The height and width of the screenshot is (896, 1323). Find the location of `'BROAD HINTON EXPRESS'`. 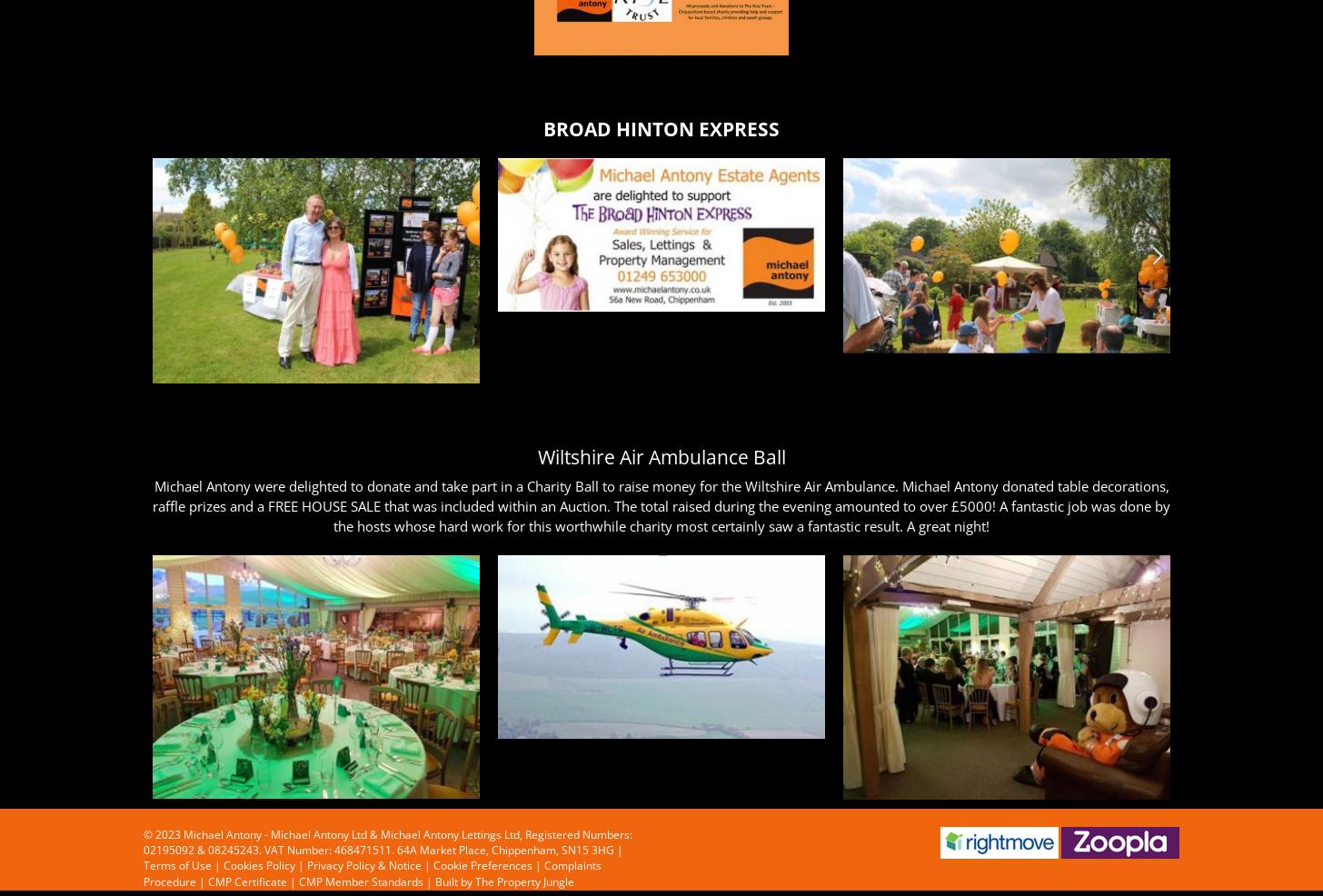

'BROAD HINTON EXPRESS' is located at coordinates (661, 127).